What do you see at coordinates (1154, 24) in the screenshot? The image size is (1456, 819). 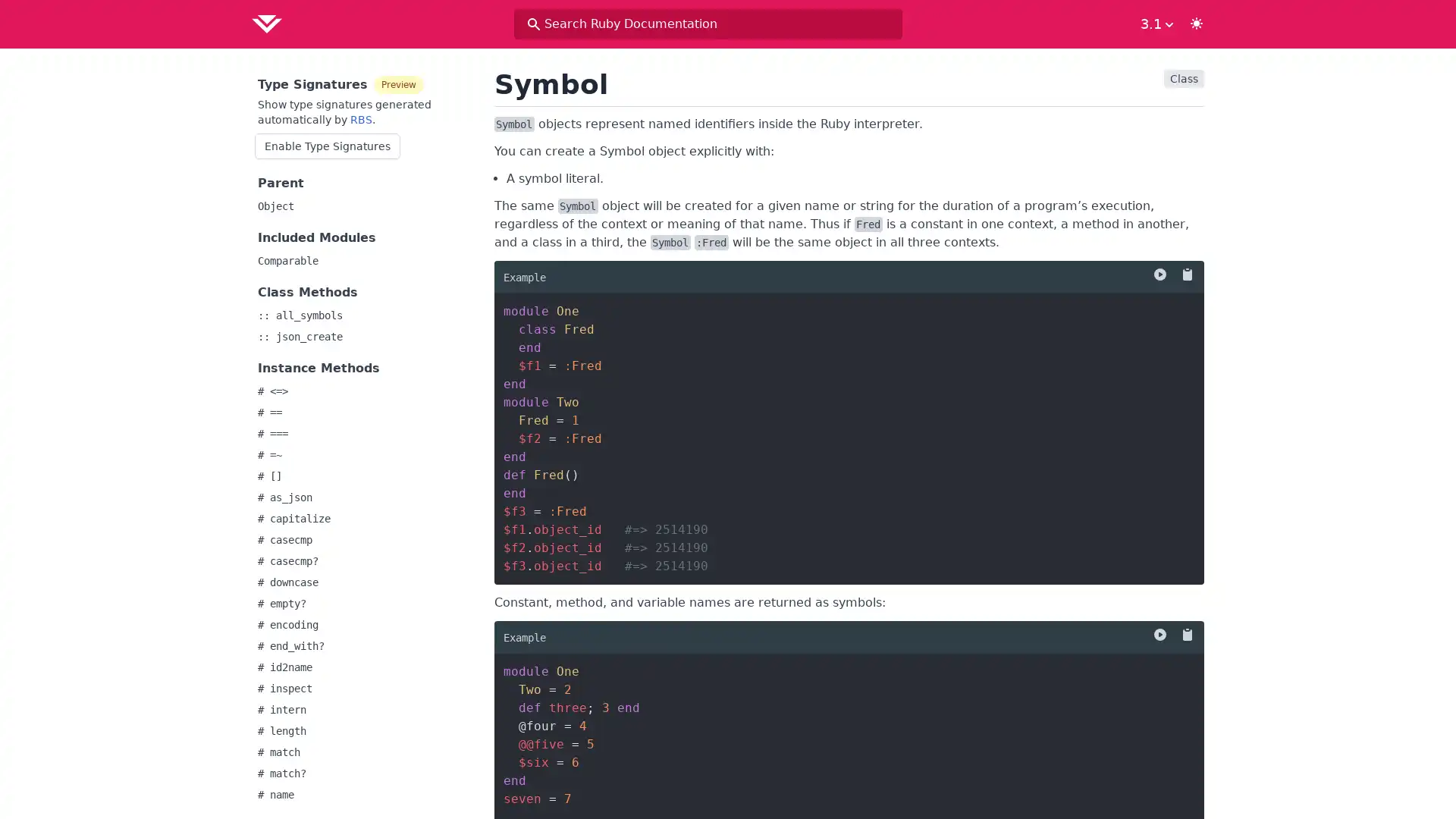 I see `Show github links` at bounding box center [1154, 24].